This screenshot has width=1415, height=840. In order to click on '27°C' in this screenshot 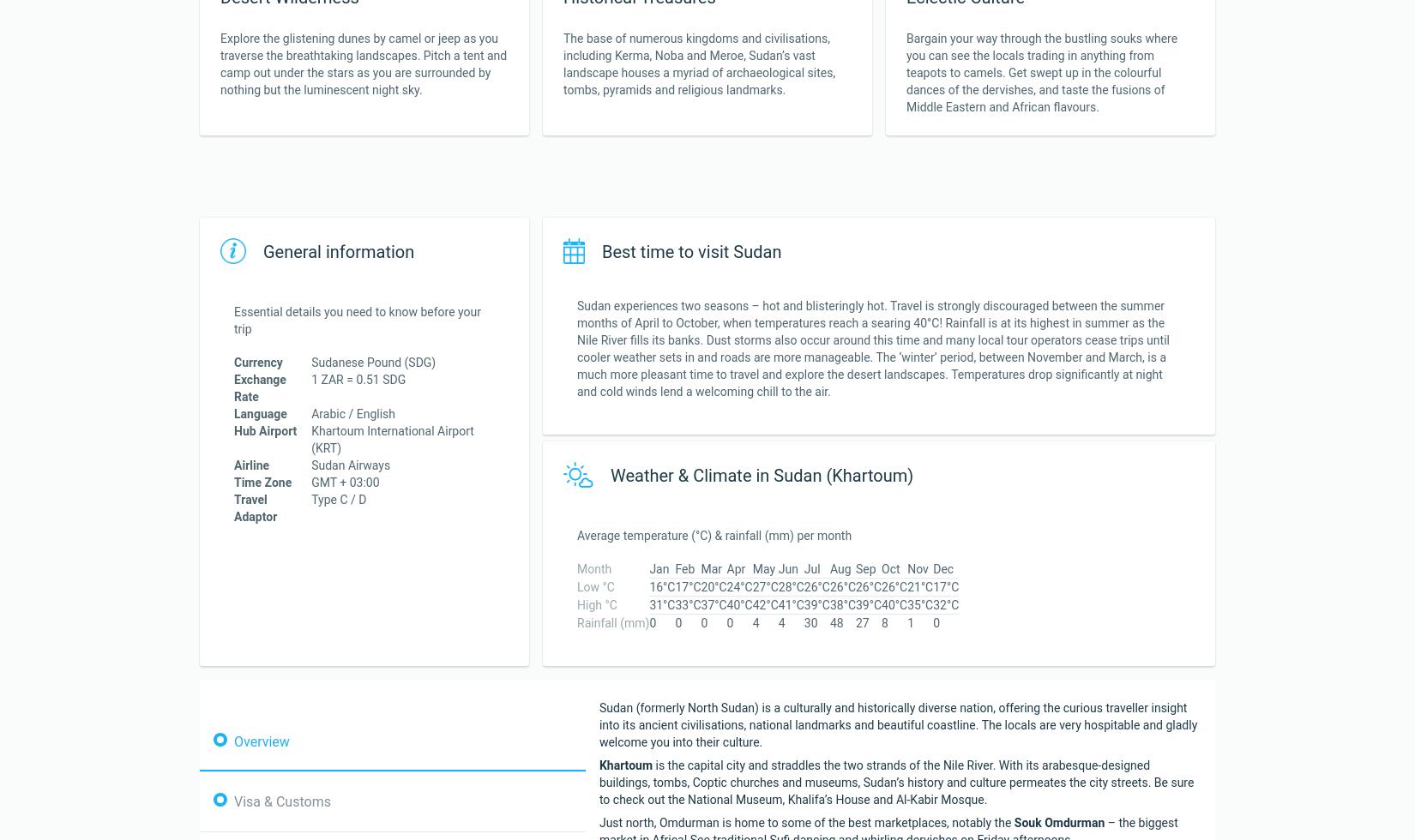, I will do `click(764, 586)`.